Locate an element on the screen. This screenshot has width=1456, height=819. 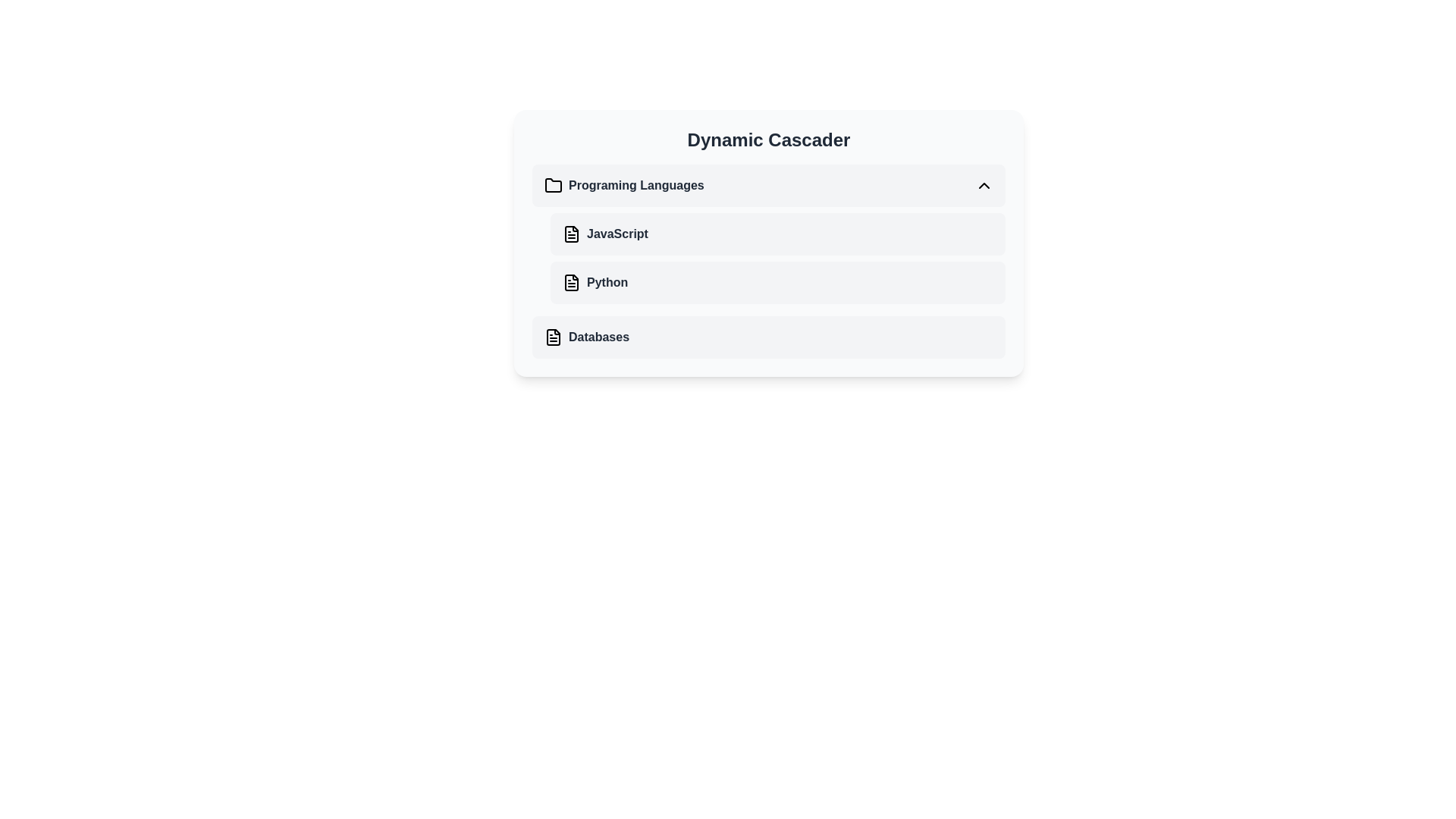
the document icon representing the 'JavaScript' option for interaction is located at coordinates (570, 234).